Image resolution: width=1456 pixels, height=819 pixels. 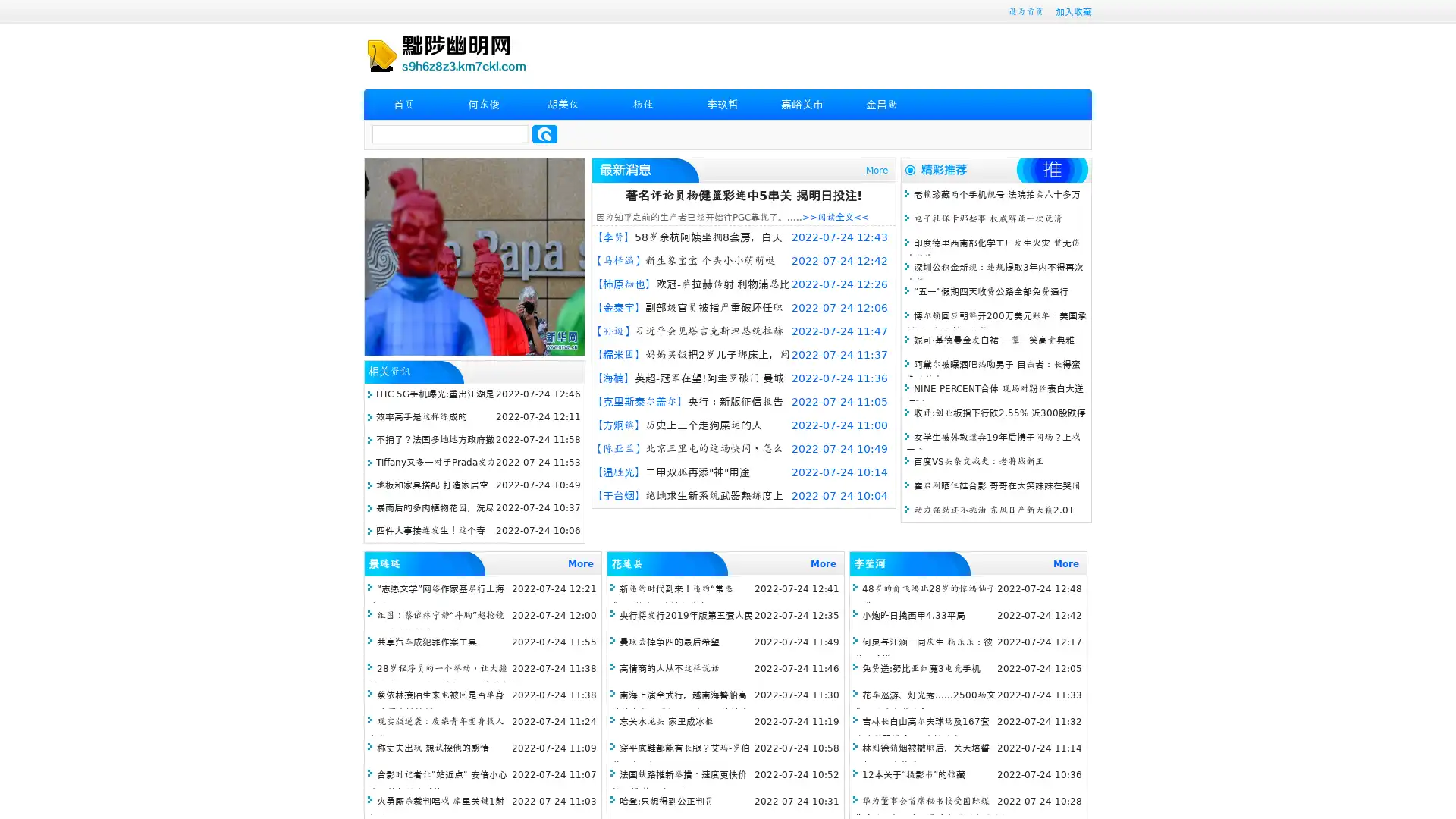 What do you see at coordinates (544, 133) in the screenshot?
I see `Search` at bounding box center [544, 133].